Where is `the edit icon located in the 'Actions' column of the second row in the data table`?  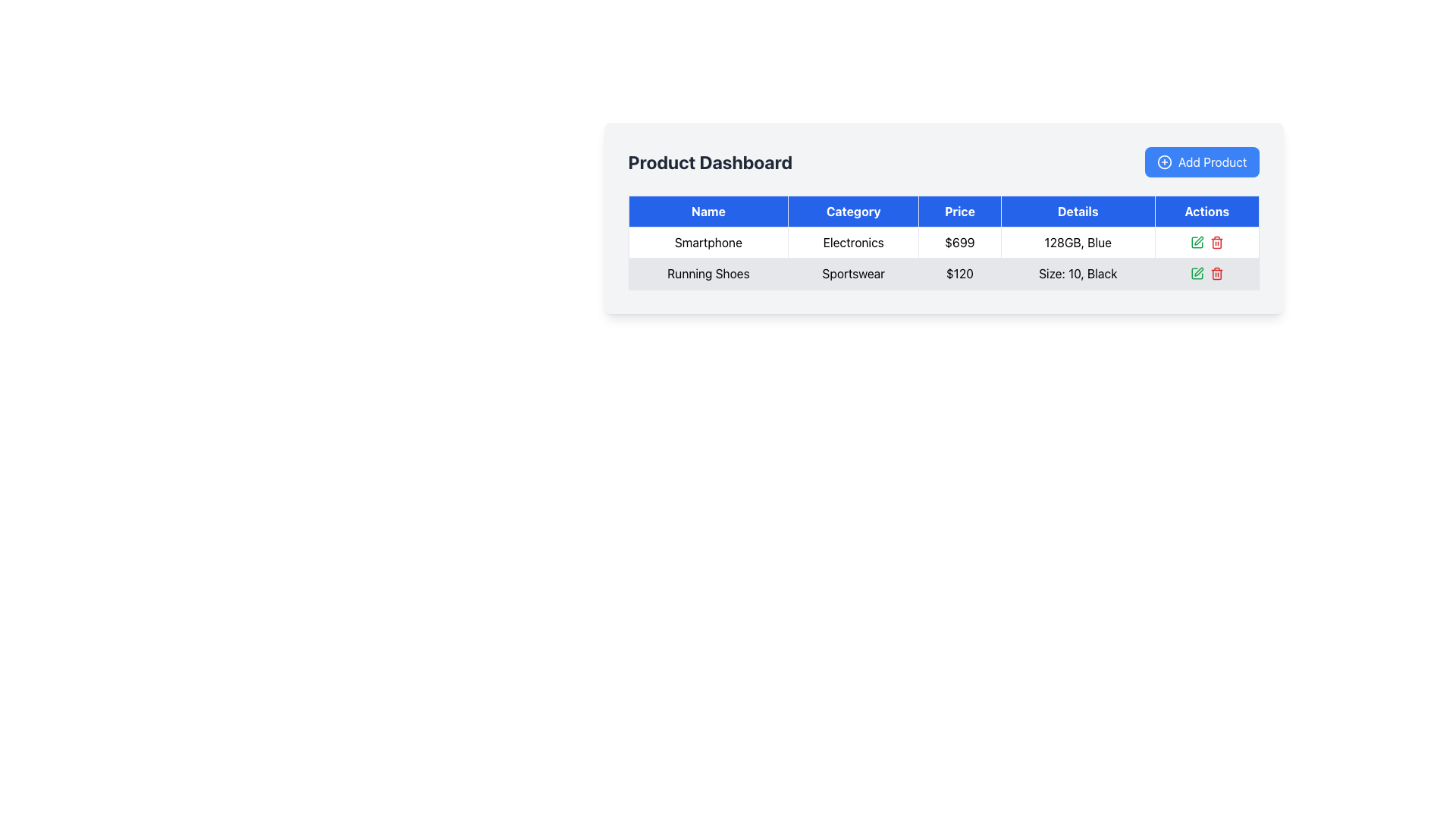
the edit icon located in the 'Actions' column of the second row in the data table is located at coordinates (1197, 271).